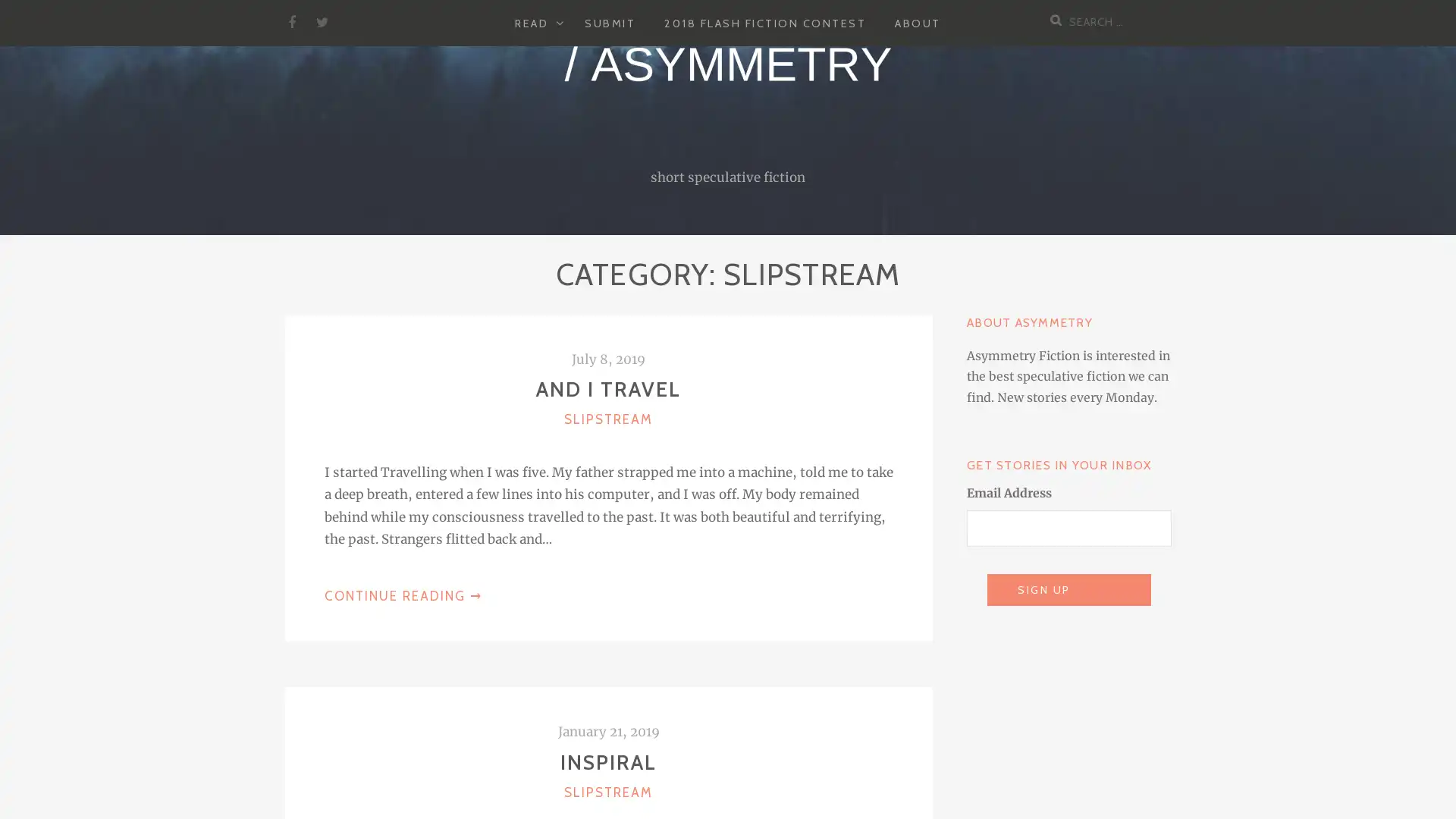 This screenshot has height=819, width=1456. I want to click on EXPAND CHILD MENU, so click(558, 22).